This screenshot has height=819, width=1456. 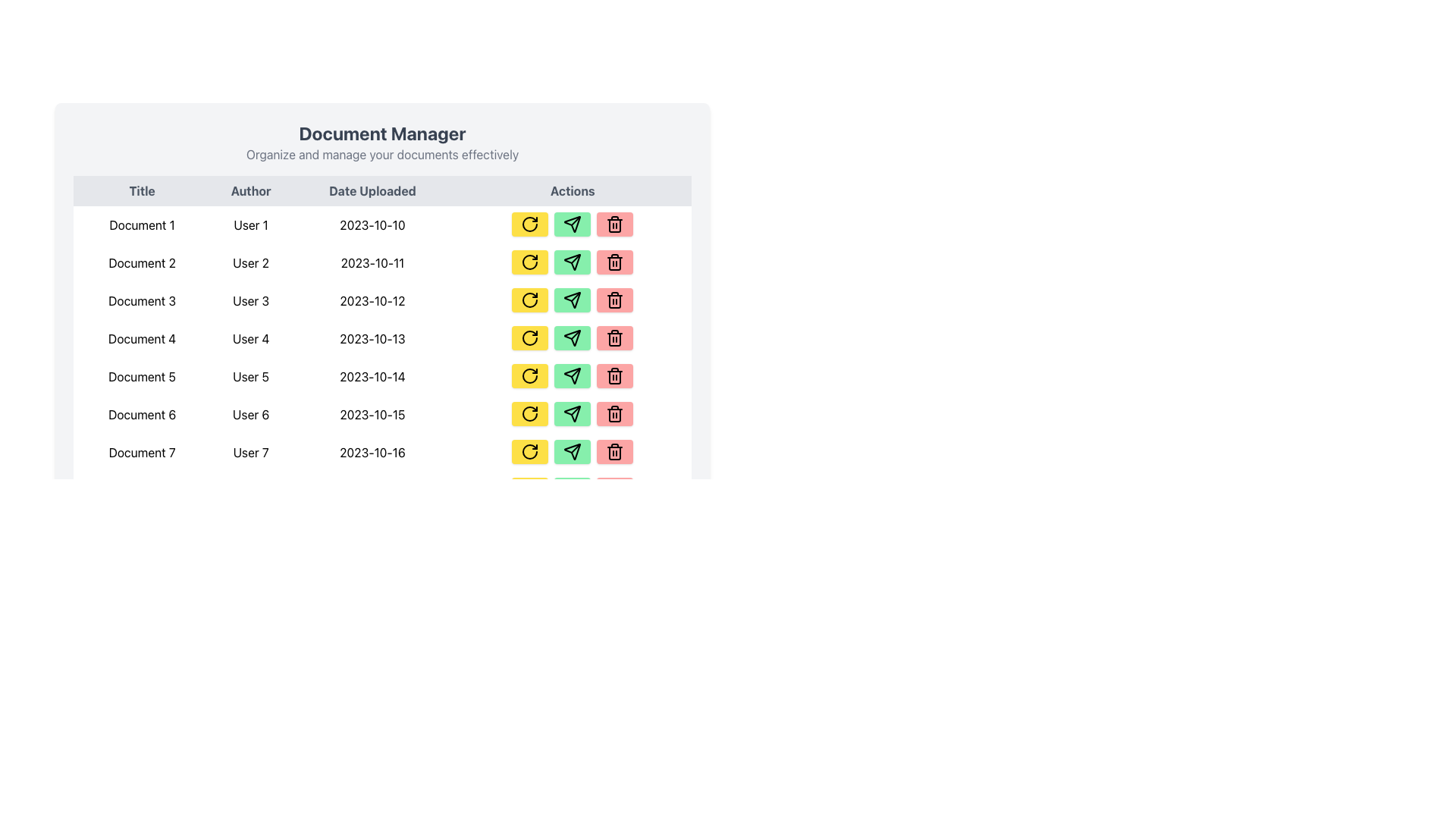 I want to click on the green paper plane icon in the 'Actions' section, so click(x=572, y=262).